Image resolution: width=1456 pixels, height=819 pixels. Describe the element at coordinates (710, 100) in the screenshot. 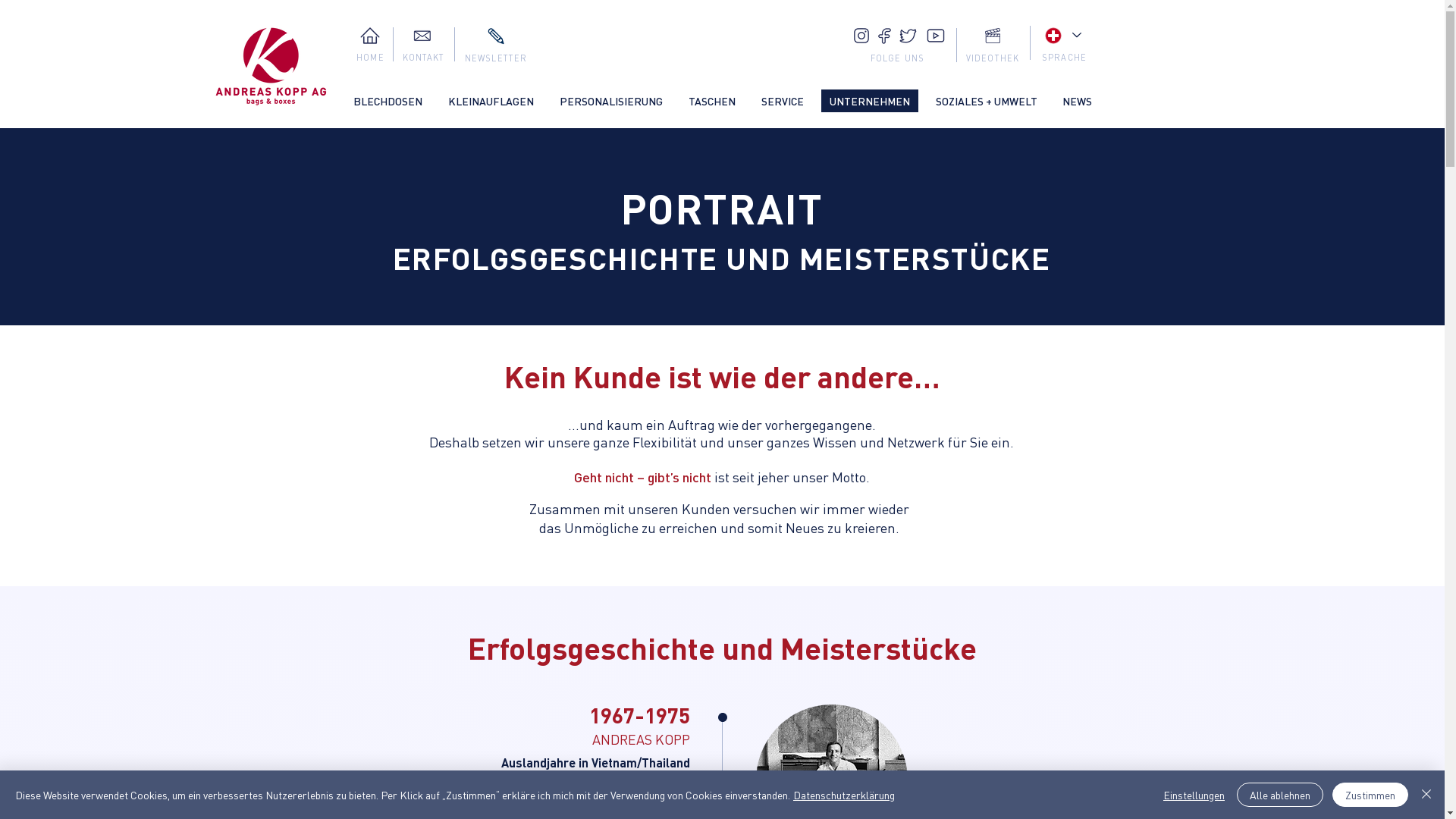

I see `'TASCHEN'` at that location.